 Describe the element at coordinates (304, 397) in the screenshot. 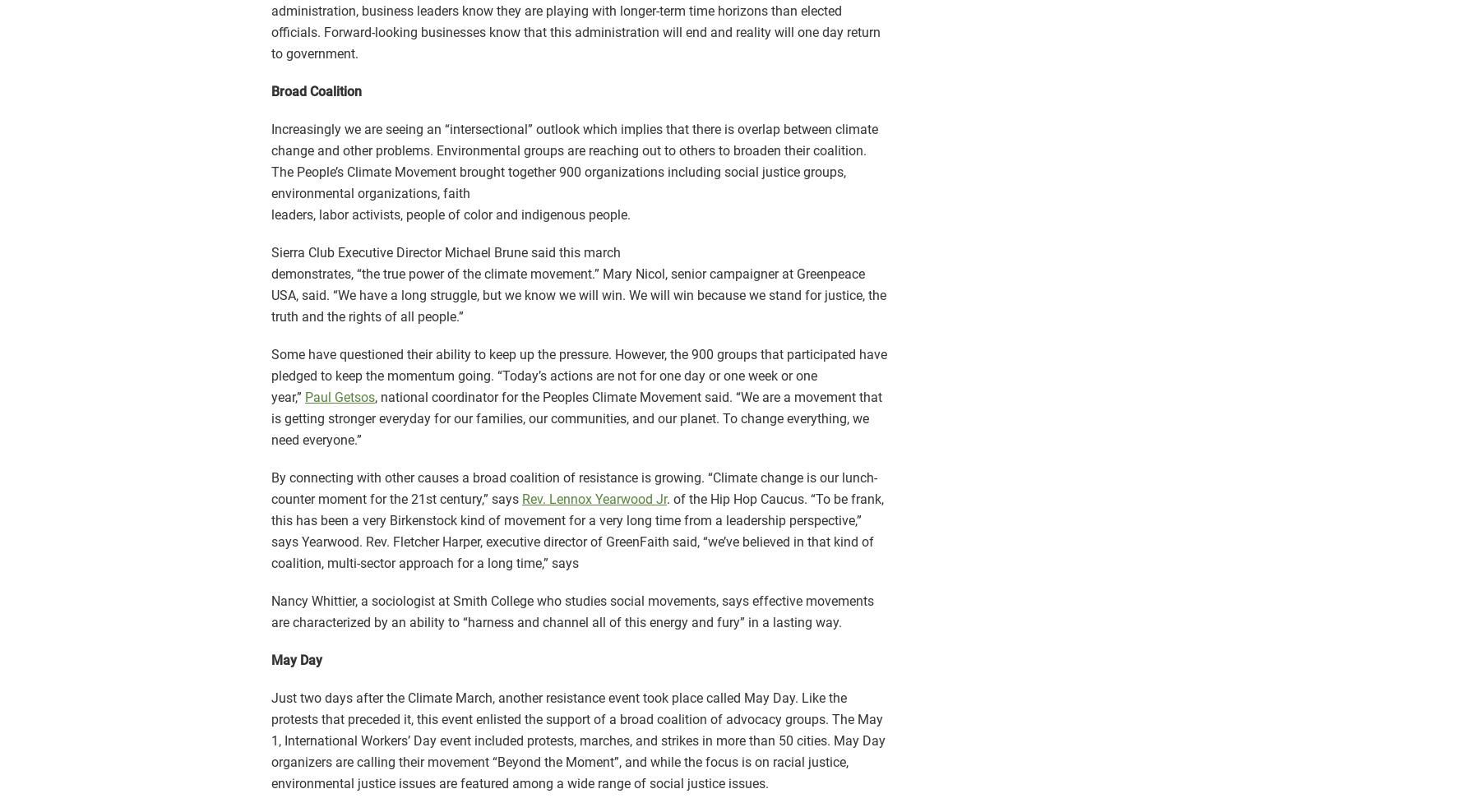

I see `'Paul Getsos'` at that location.